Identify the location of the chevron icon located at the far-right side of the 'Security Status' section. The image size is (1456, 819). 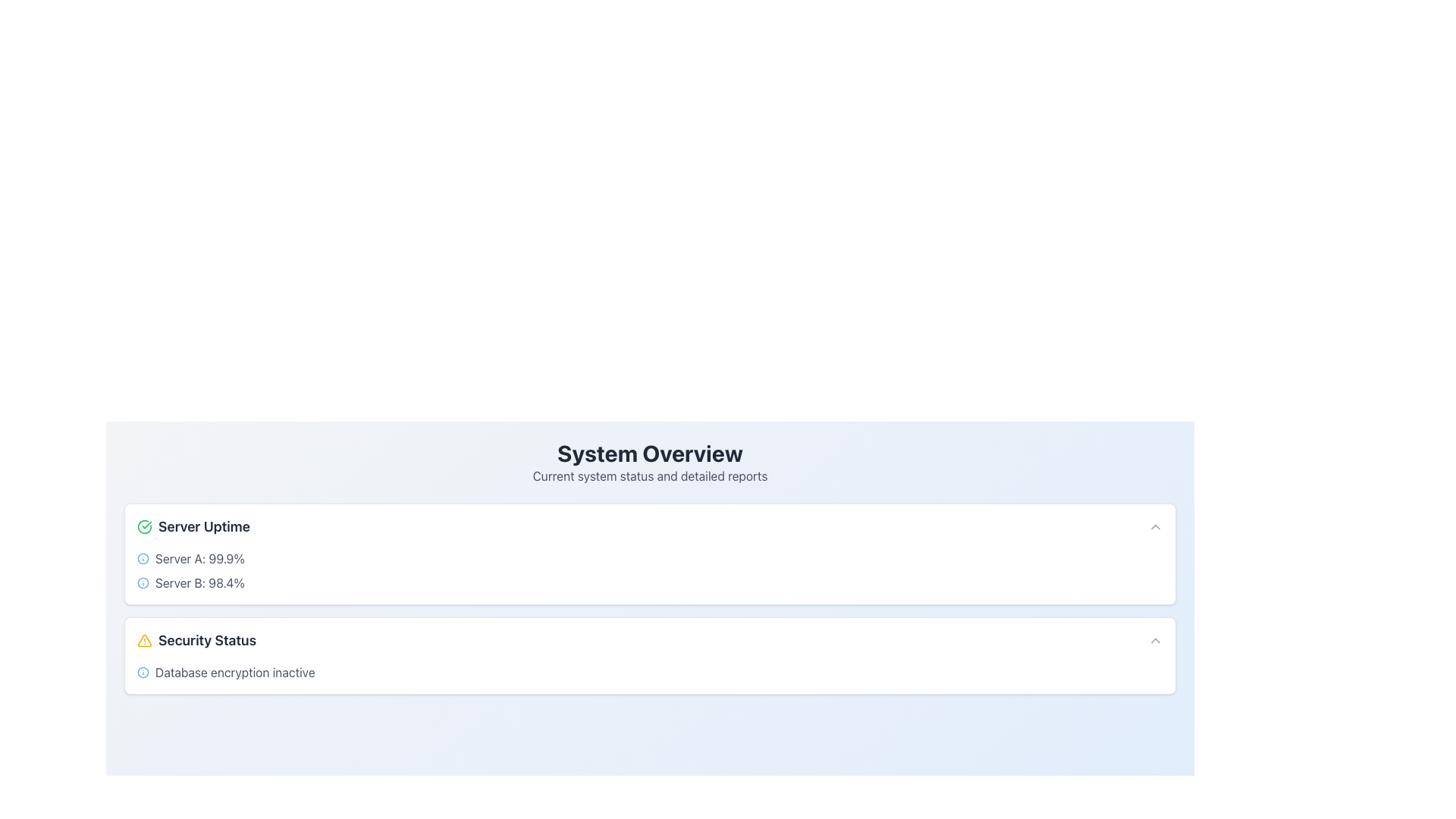
(1154, 640).